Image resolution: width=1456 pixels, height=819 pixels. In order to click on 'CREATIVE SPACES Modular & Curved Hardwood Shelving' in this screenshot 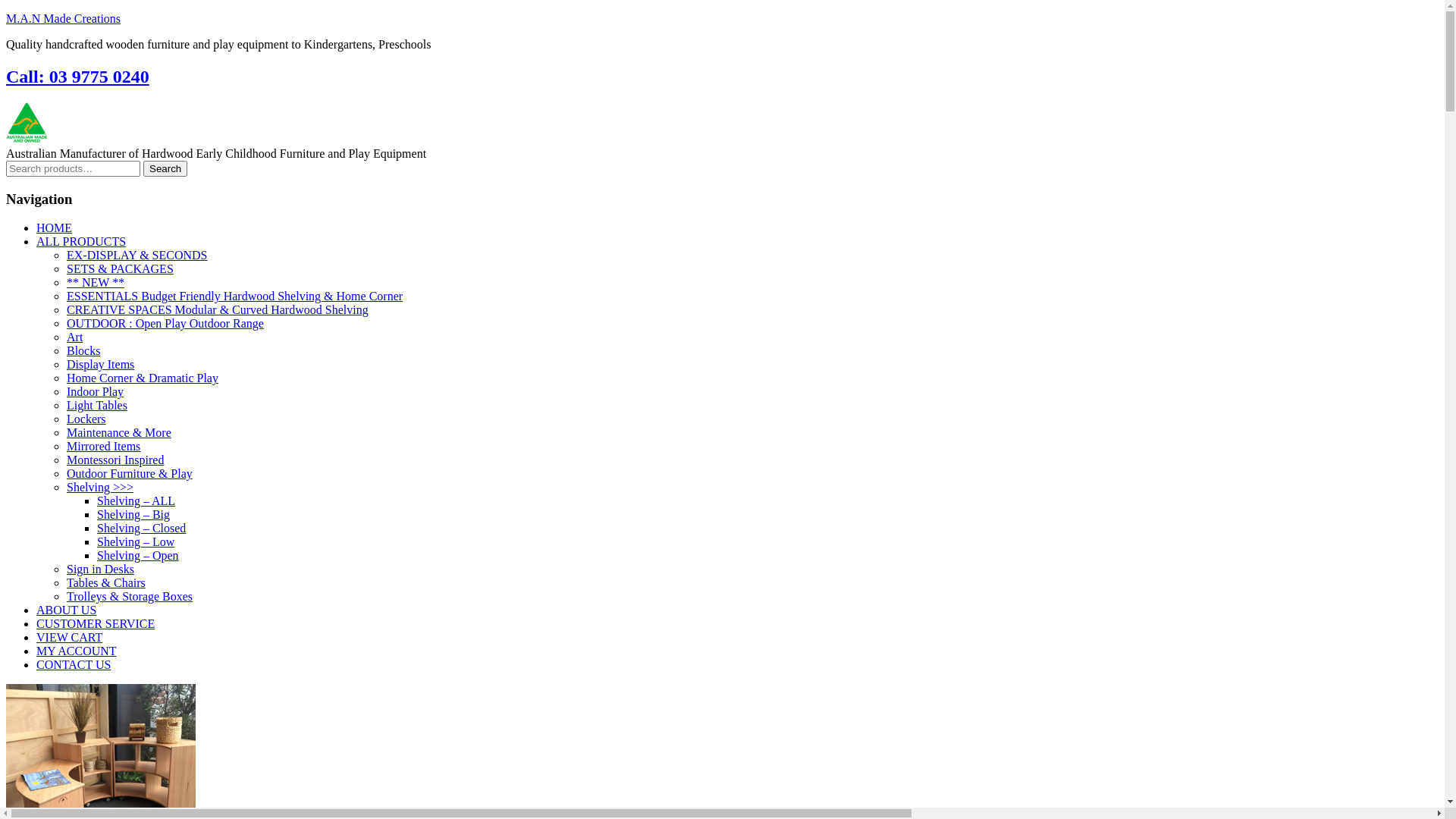, I will do `click(217, 309)`.